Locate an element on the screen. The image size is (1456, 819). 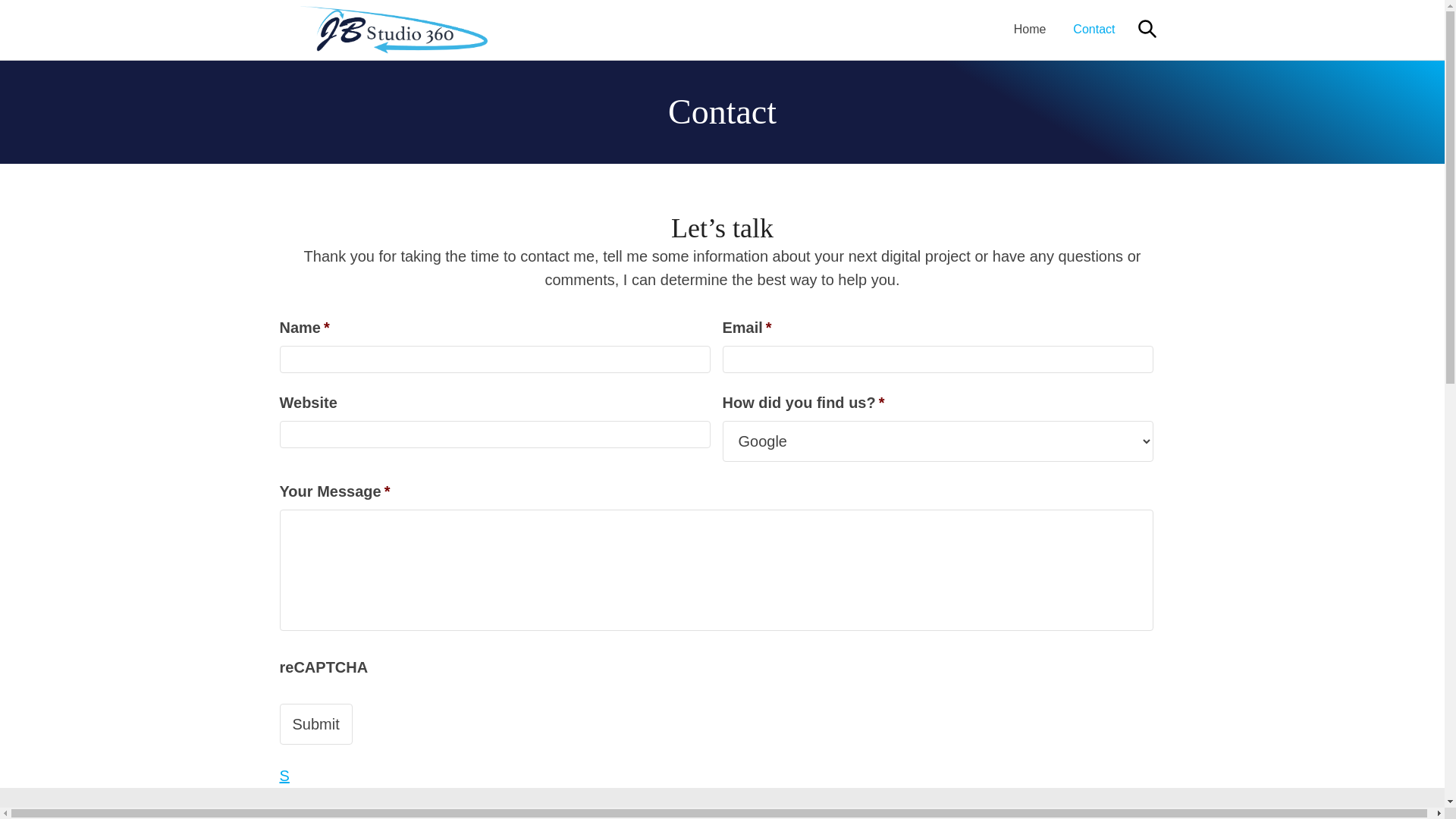
'Search' is located at coordinates (1147, 29).